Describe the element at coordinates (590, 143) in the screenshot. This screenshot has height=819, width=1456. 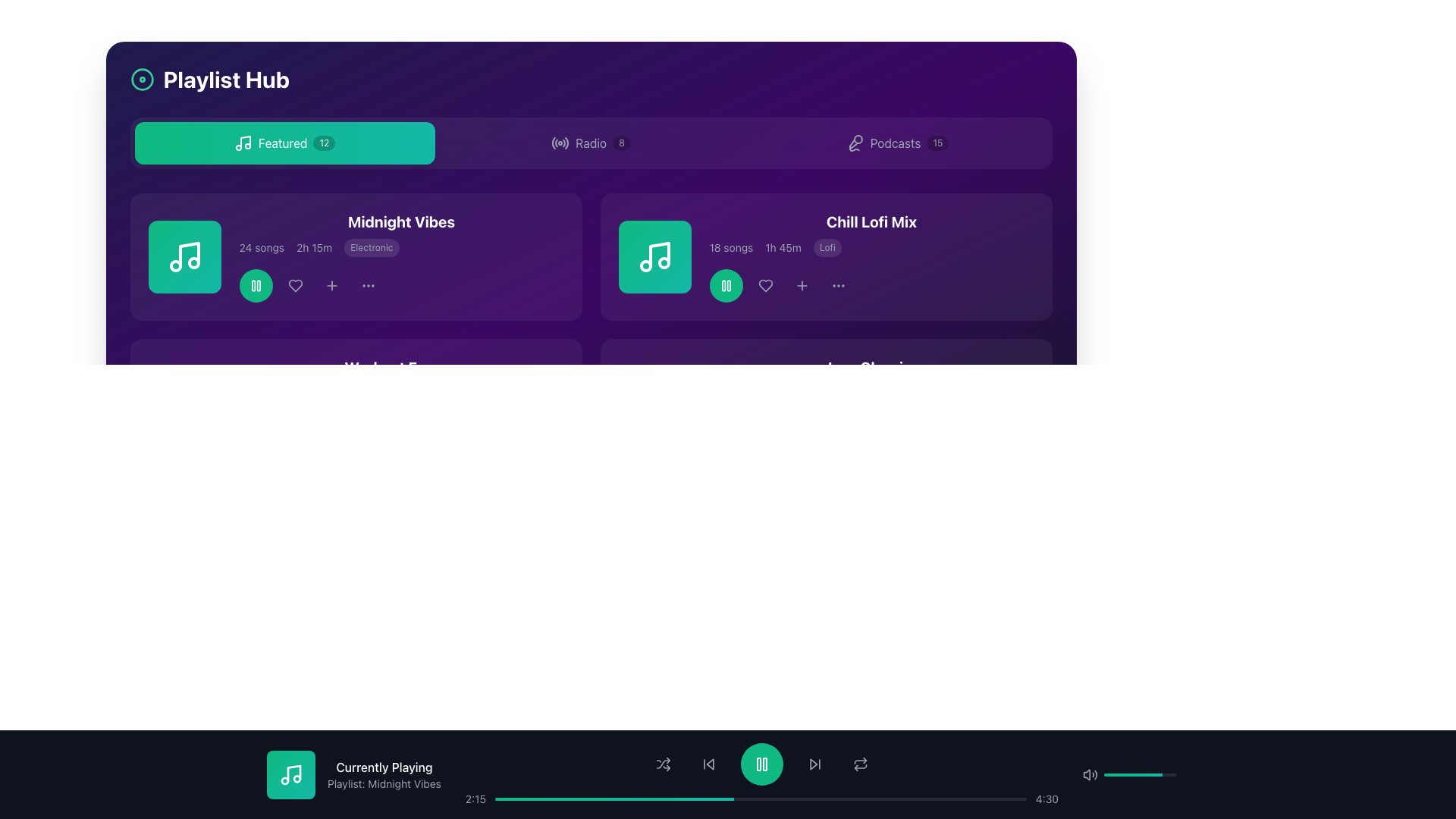
I see `the label that identifies the section dedicated to radio-related features, located to the right of the radio signal icon and to the left of the badge displaying '8'` at that location.